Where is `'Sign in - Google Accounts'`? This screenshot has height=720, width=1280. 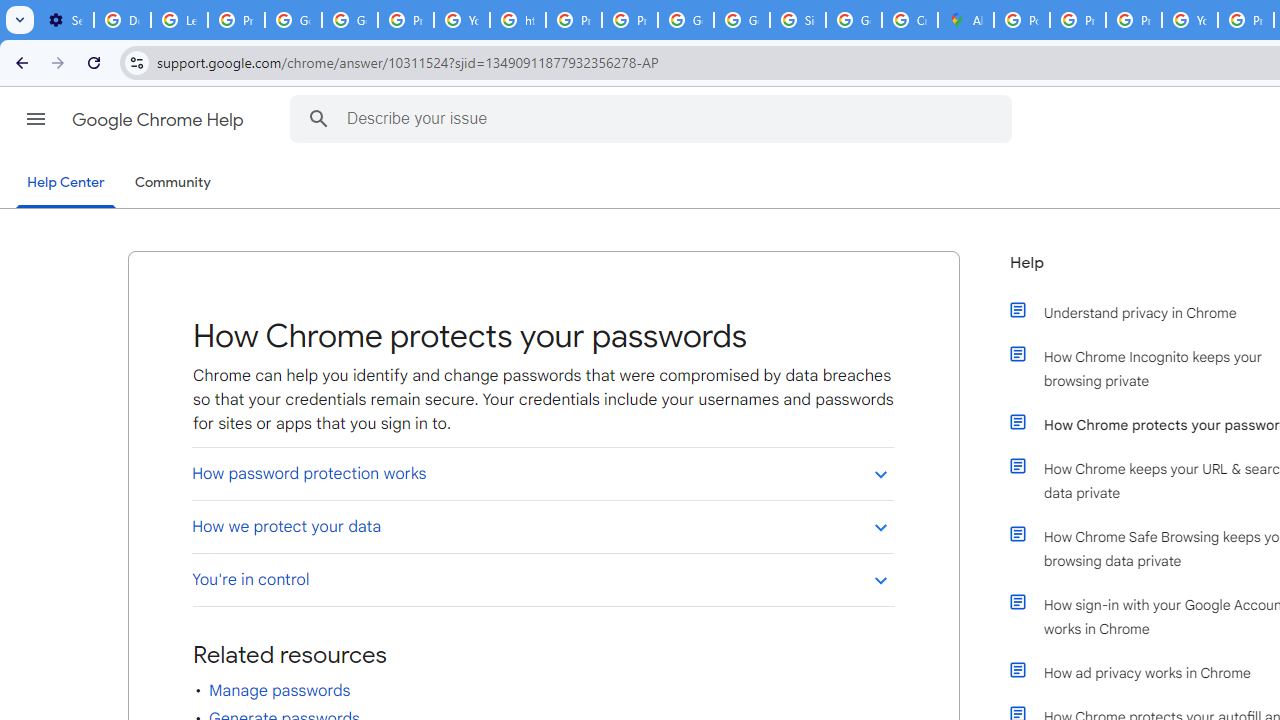 'Sign in - Google Accounts' is located at coordinates (797, 20).